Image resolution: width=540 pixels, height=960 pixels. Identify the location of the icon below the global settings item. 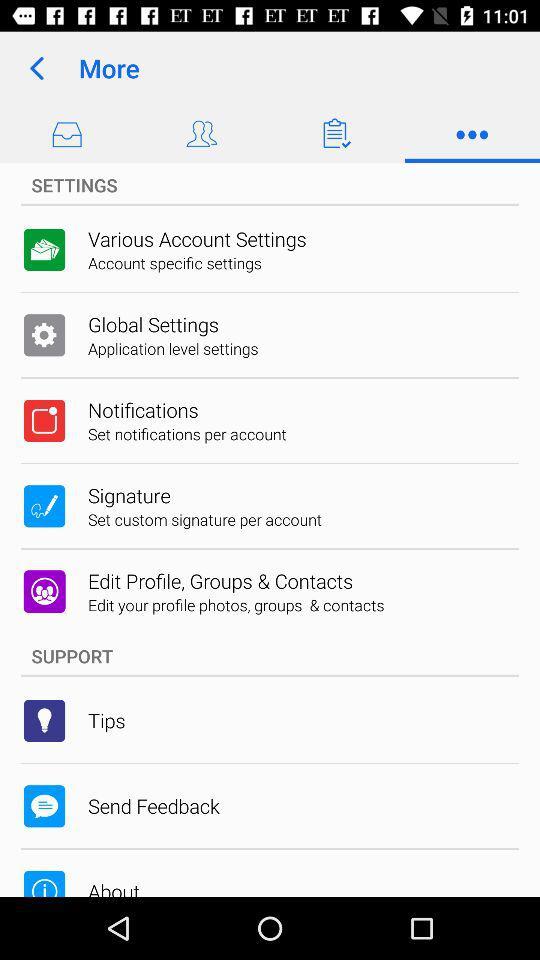
(173, 348).